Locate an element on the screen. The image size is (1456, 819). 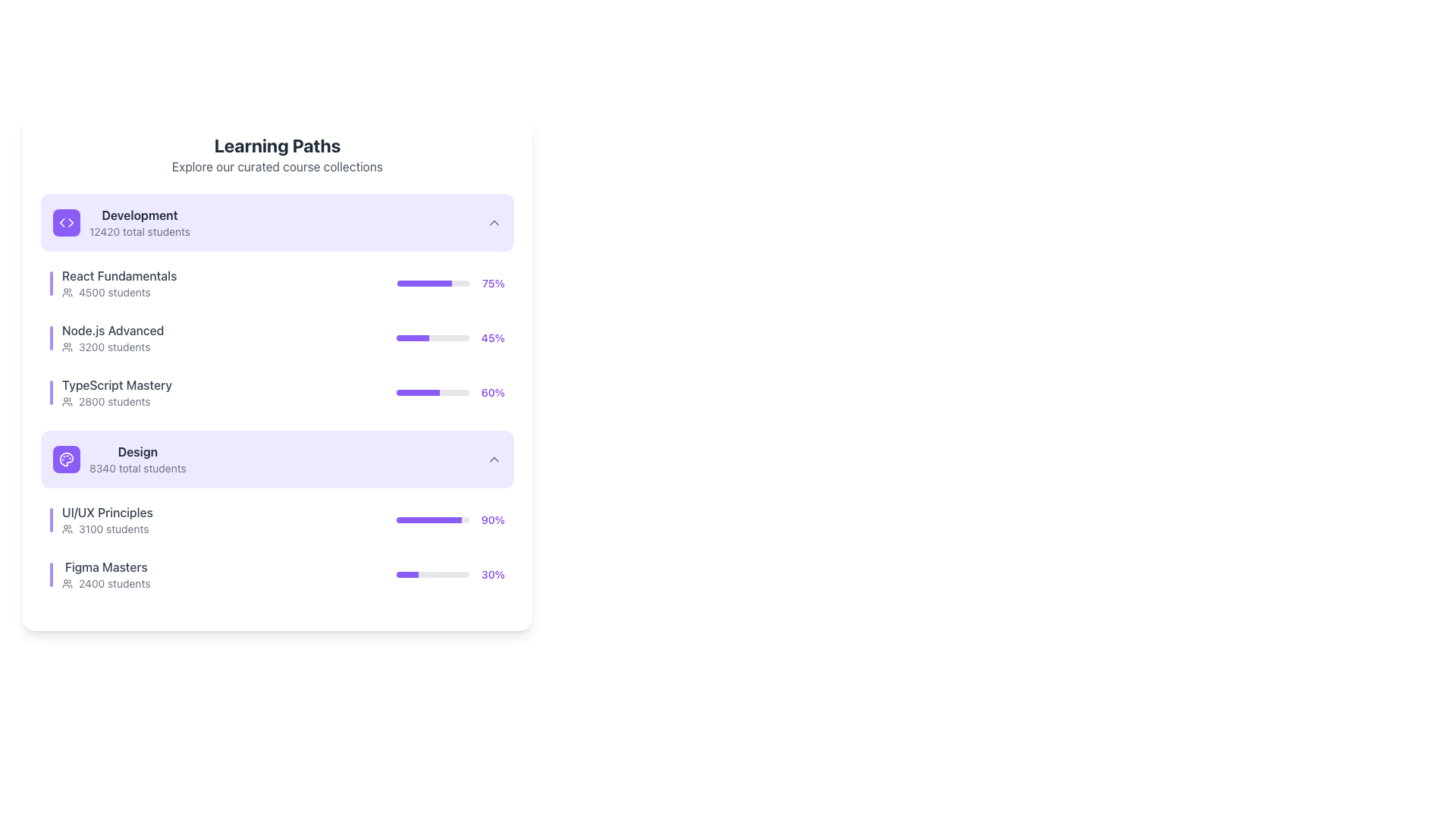
progress is located at coordinates (420, 337).